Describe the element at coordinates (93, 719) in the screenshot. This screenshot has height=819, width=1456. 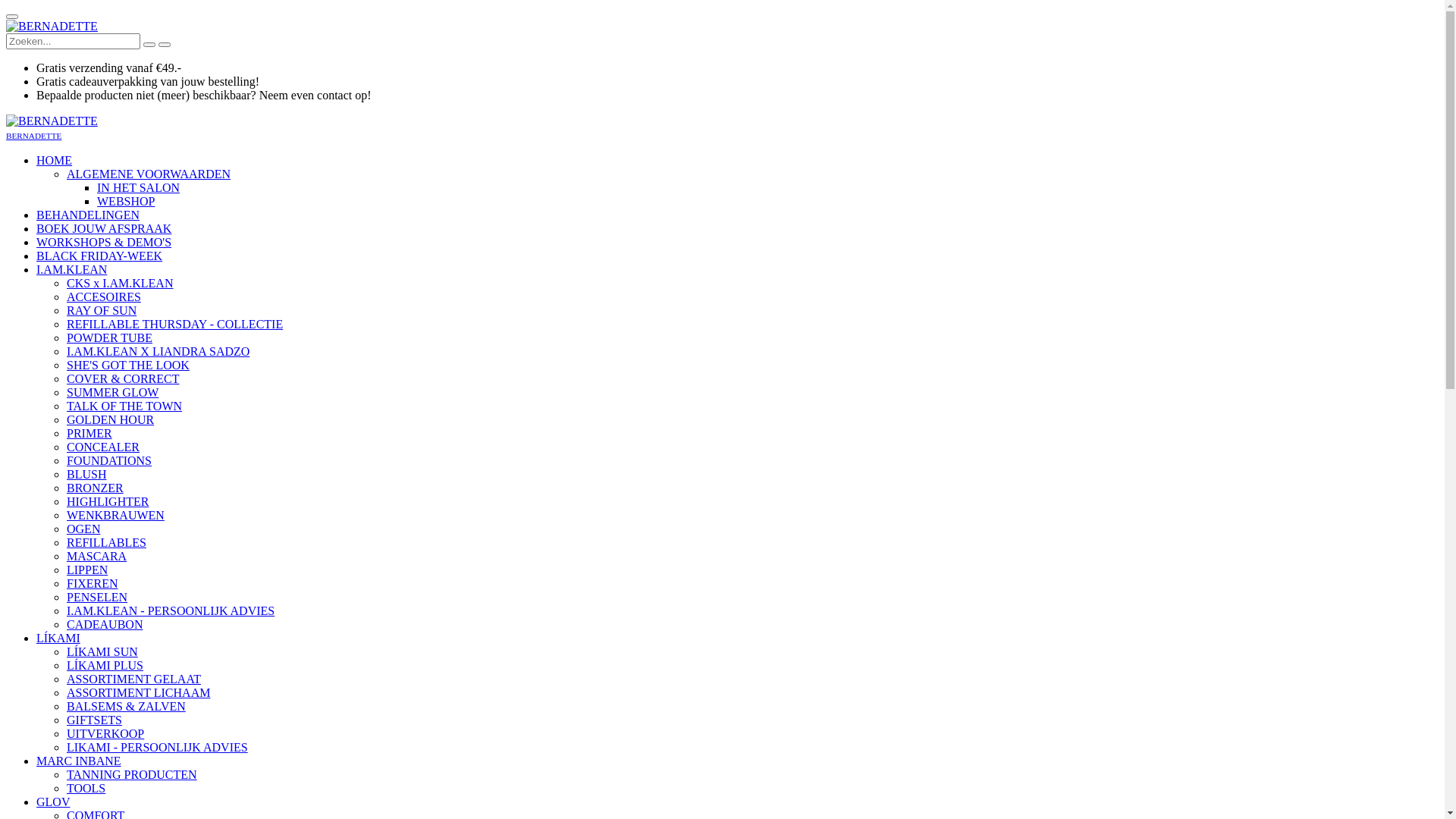
I see `'GIFTSETS'` at that location.